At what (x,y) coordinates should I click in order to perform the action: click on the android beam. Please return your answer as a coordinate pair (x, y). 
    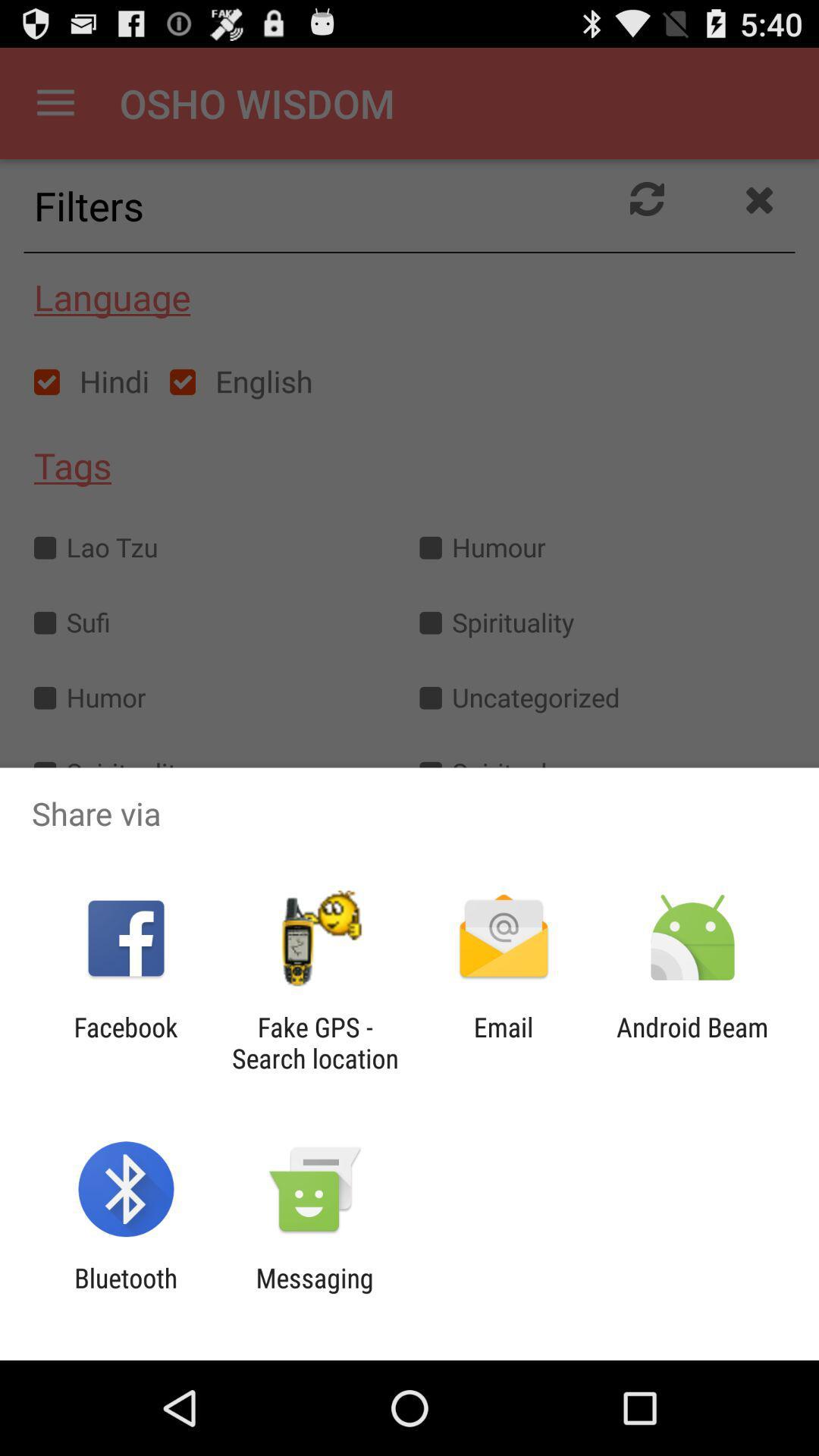
    Looking at the image, I should click on (692, 1042).